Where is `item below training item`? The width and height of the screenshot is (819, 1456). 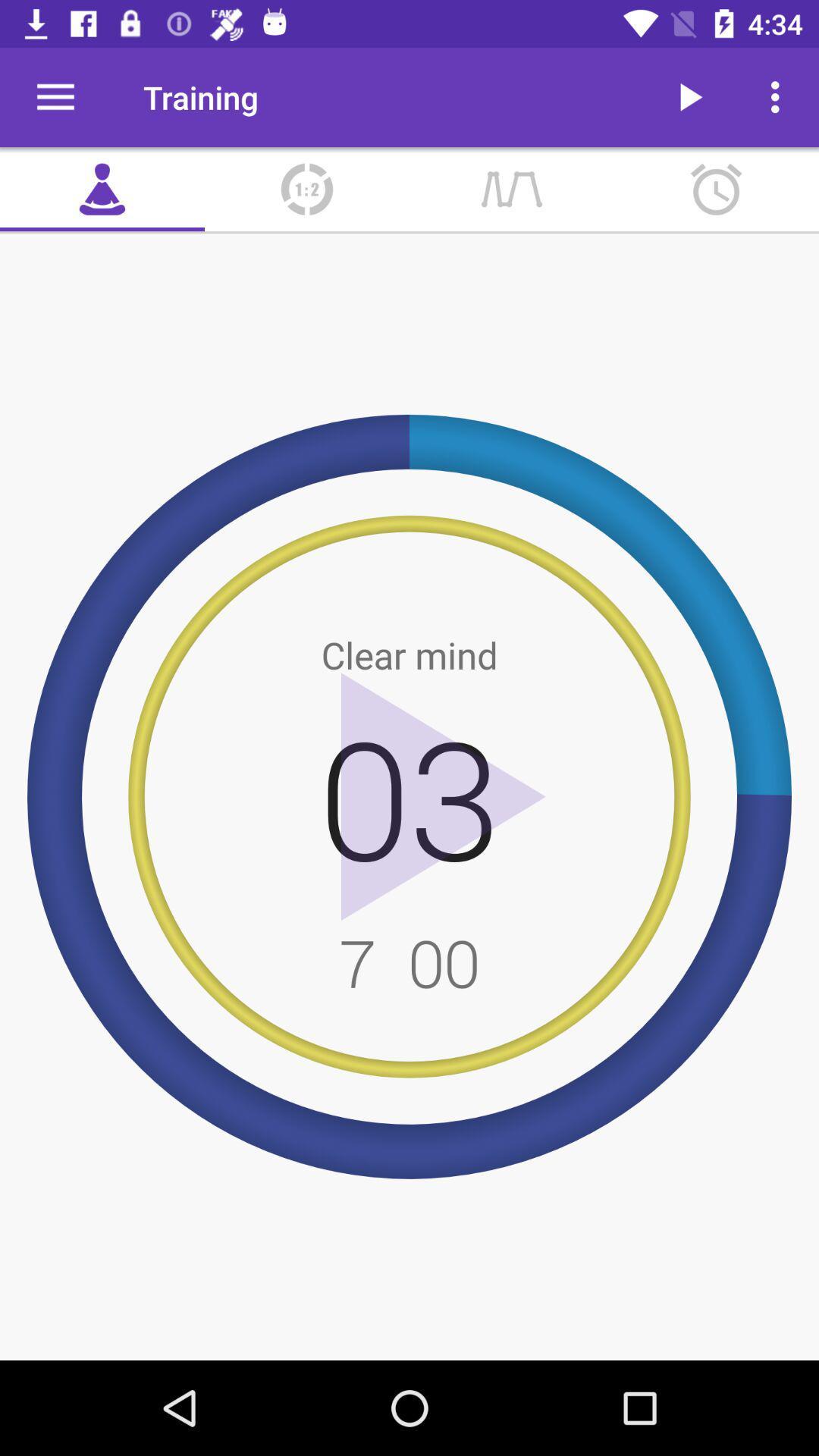
item below training item is located at coordinates (307, 188).